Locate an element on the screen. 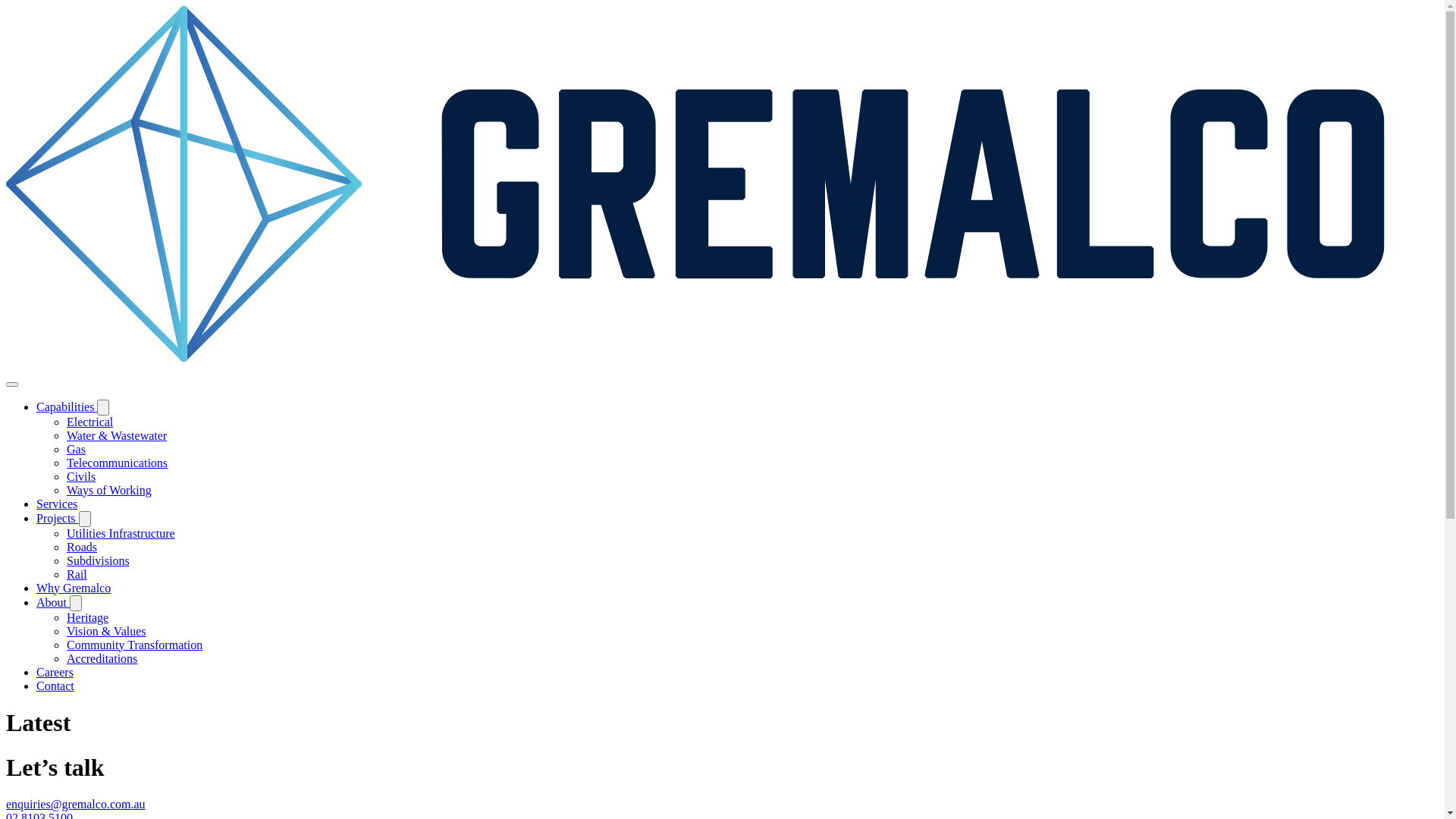  'Vision & Values' is located at coordinates (105, 631).